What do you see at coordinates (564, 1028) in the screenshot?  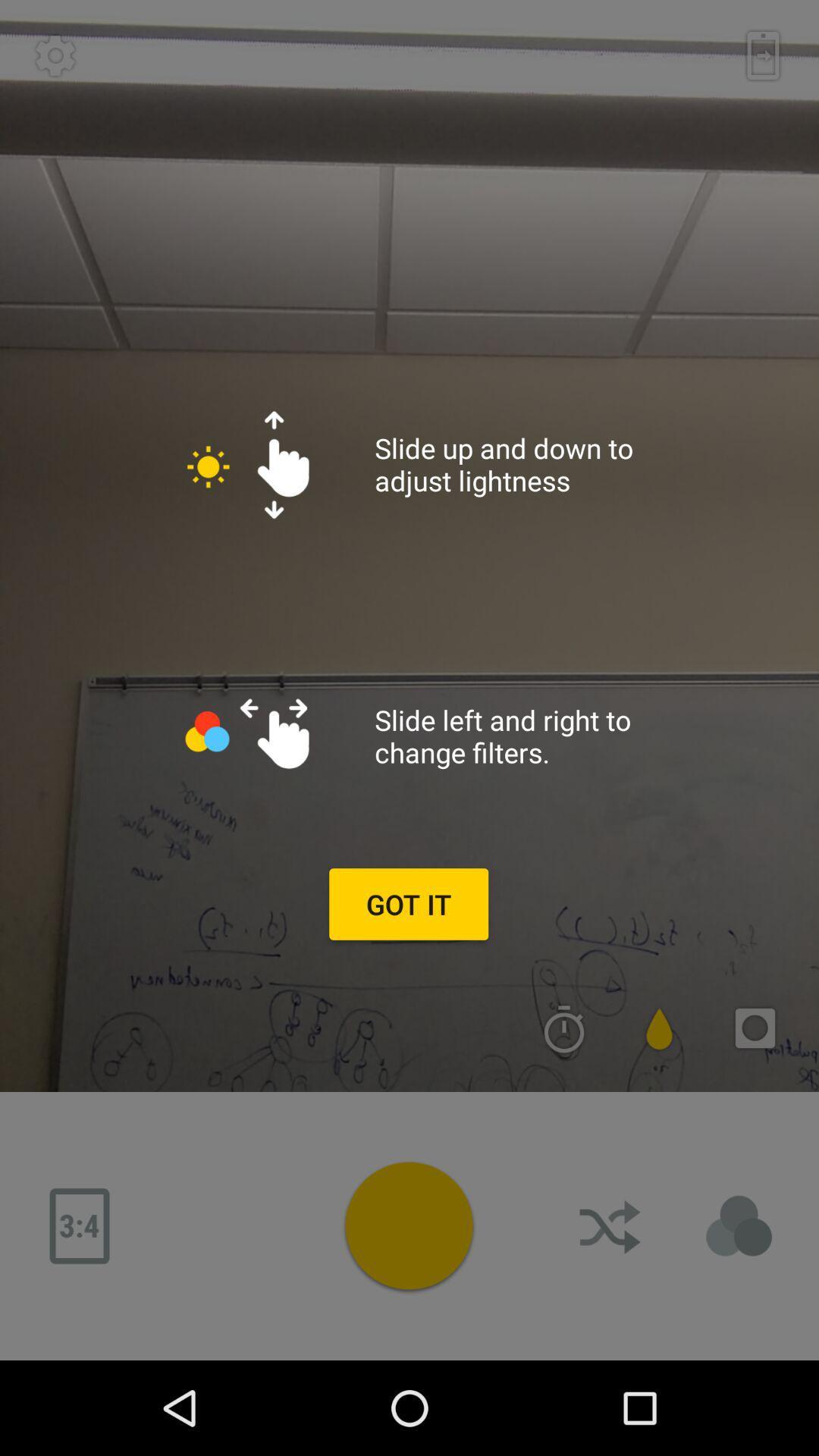 I see `the time icon` at bounding box center [564, 1028].